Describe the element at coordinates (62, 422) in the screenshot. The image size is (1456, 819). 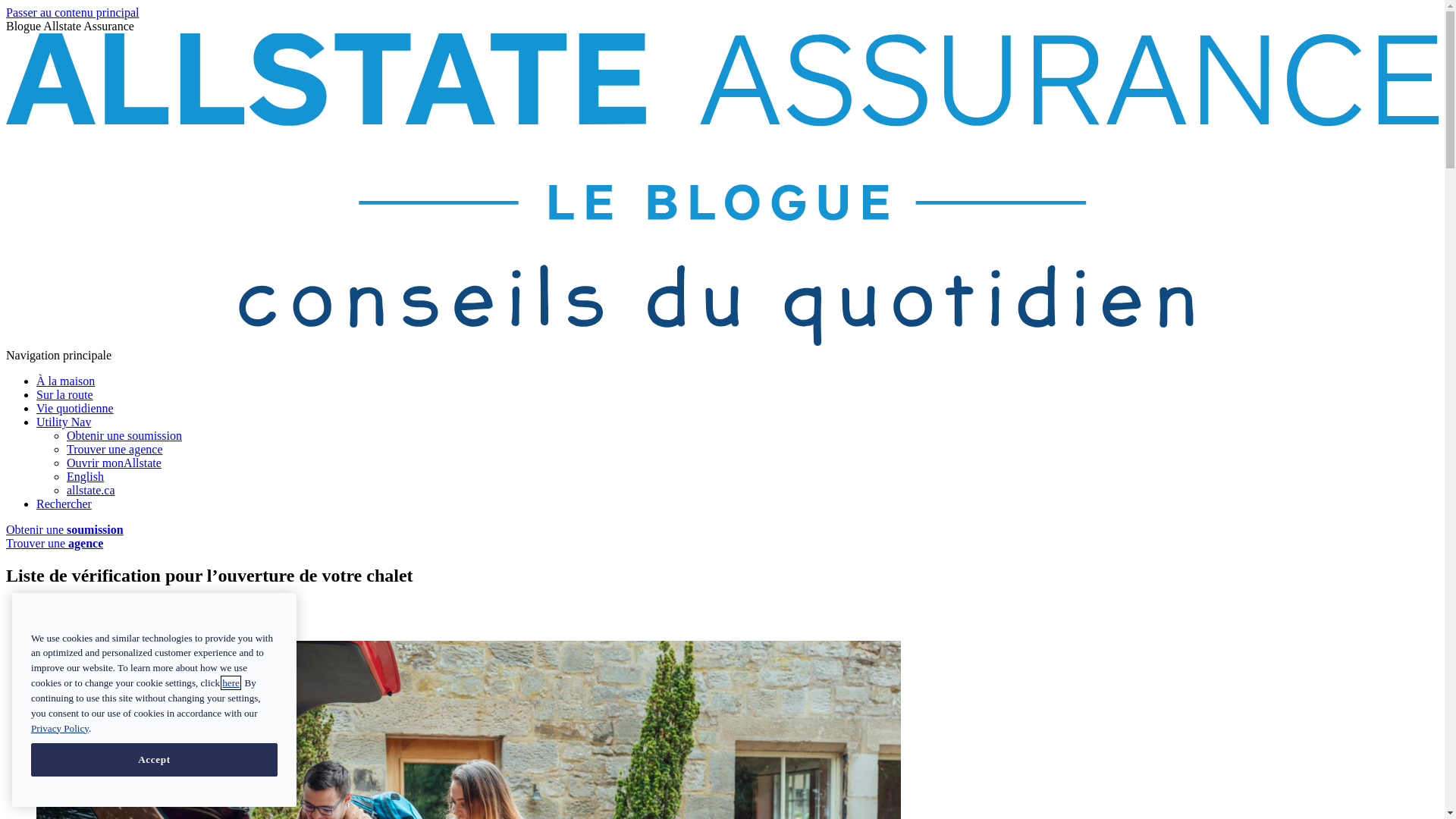
I see `'Utility Nav'` at that location.